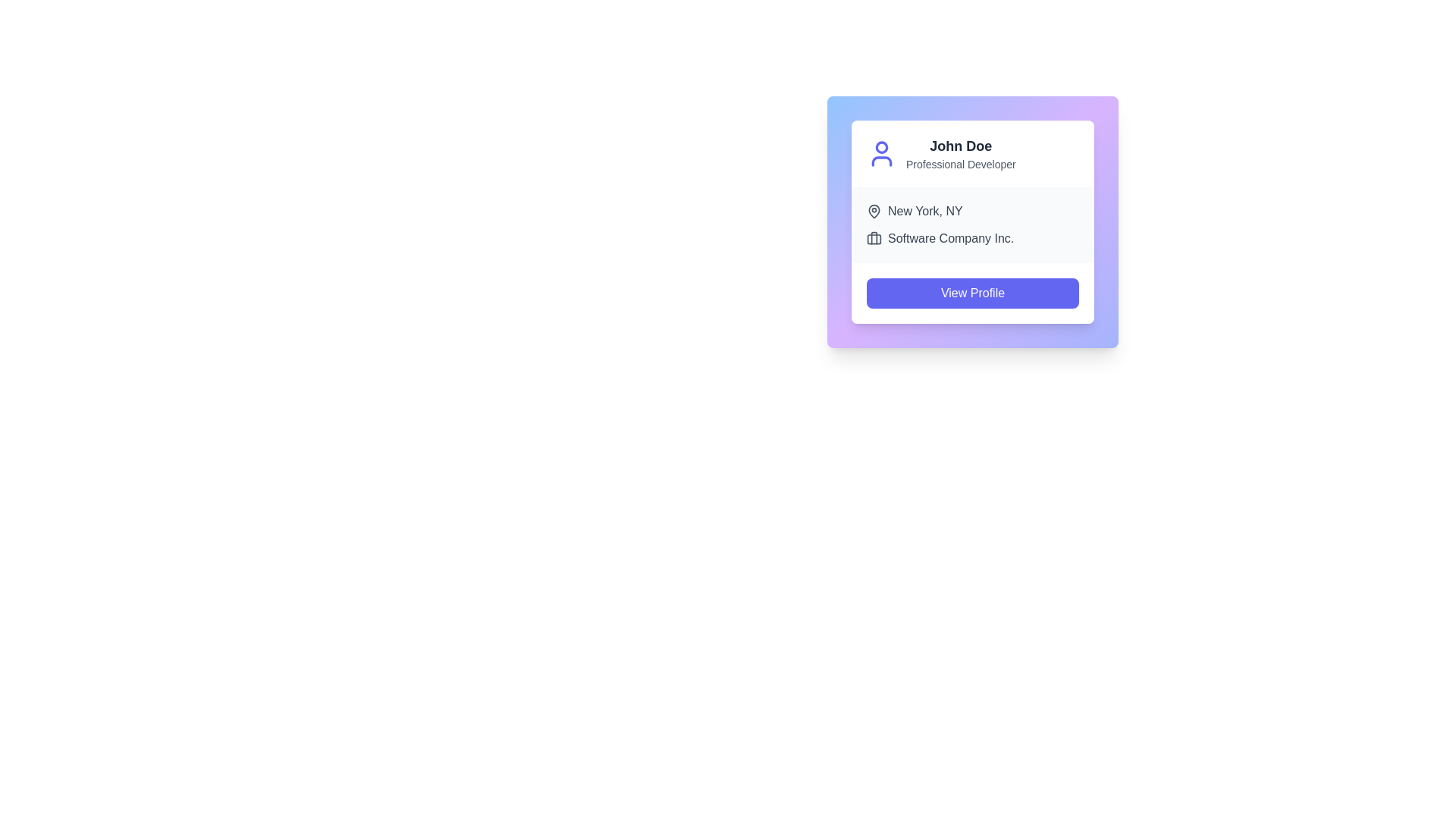  Describe the element at coordinates (881, 154) in the screenshot. I see `the profile picture placeholder icon located at the top left of the profile card adjacent to the 'John Doe' text` at that location.